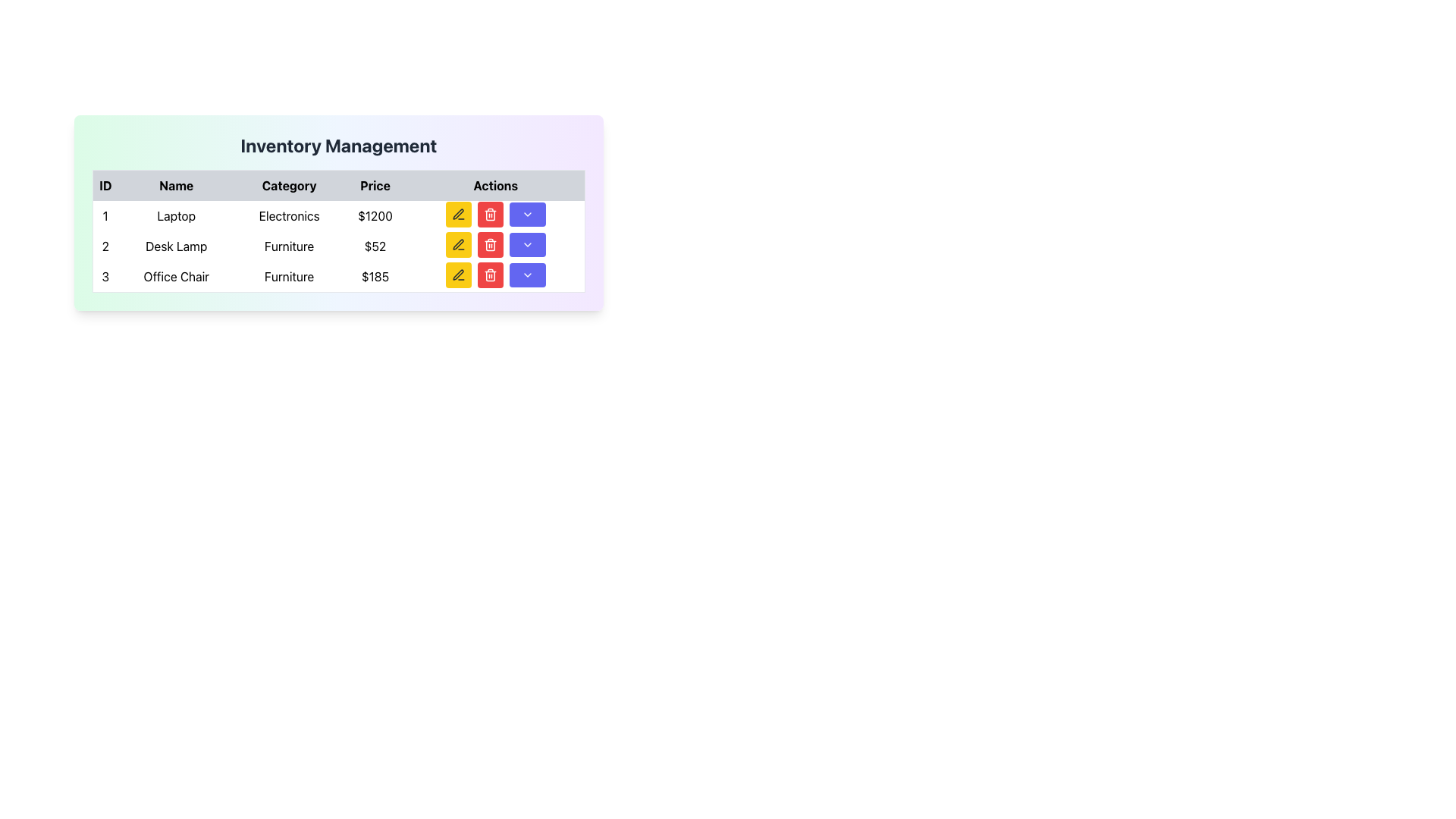 Image resolution: width=1456 pixels, height=819 pixels. I want to click on the first button in the 'Actions' column of the first row in the 'Inventory Management' table, so click(457, 214).